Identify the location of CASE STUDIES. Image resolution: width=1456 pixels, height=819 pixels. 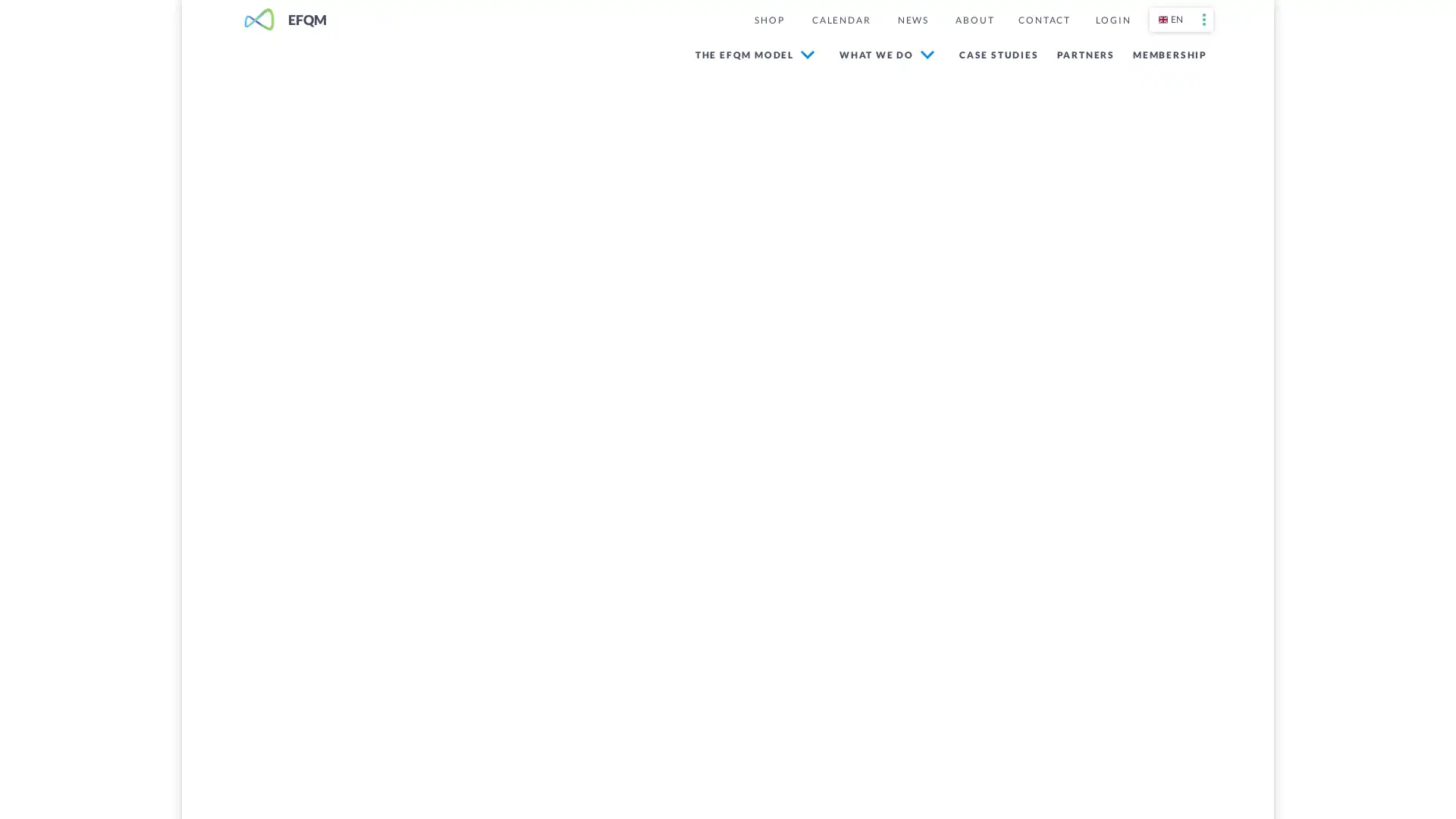
(995, 53).